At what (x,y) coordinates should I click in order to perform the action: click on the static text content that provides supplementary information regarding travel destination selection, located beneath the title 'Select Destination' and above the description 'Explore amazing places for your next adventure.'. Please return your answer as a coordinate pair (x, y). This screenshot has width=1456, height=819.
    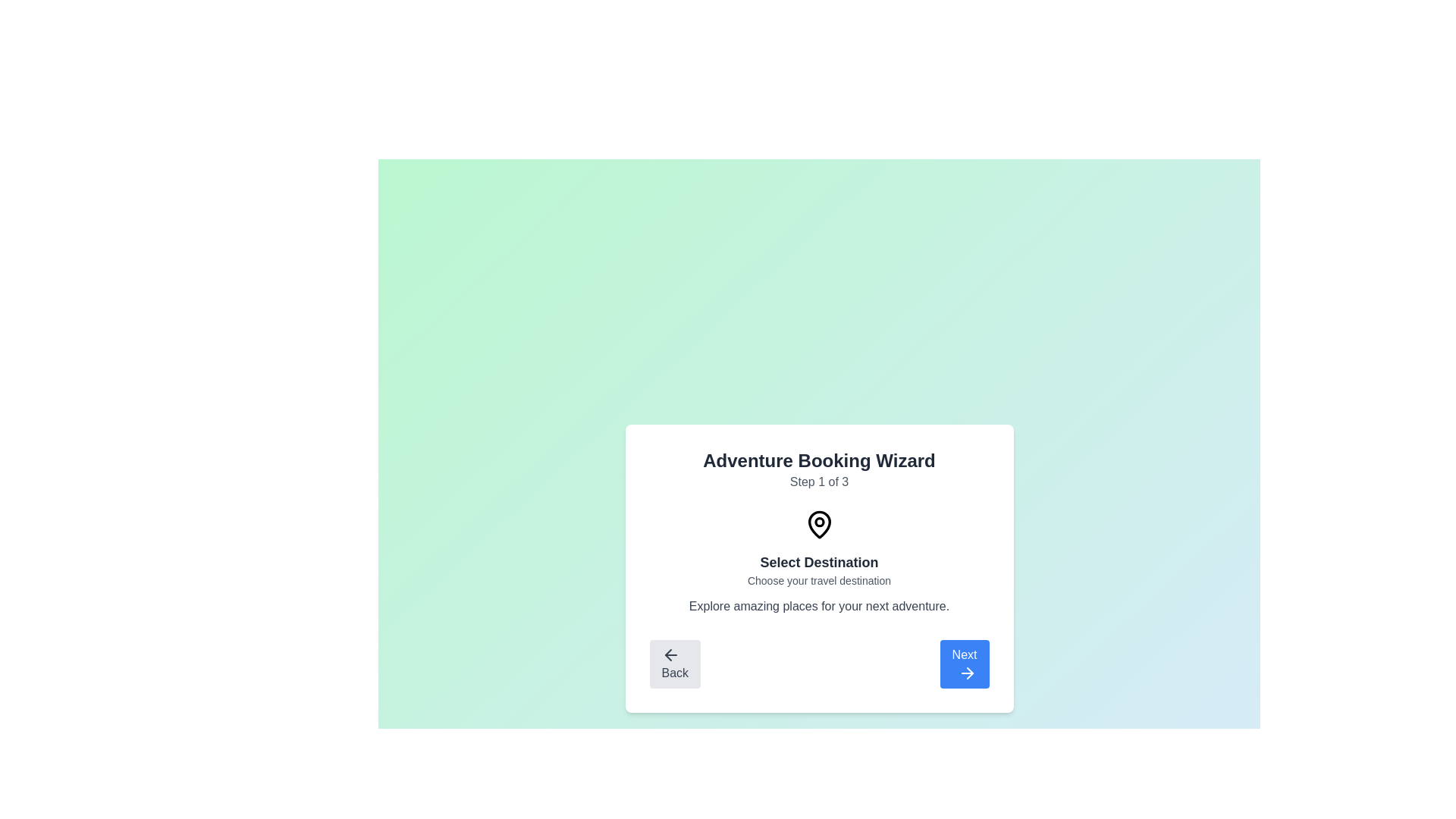
    Looking at the image, I should click on (818, 580).